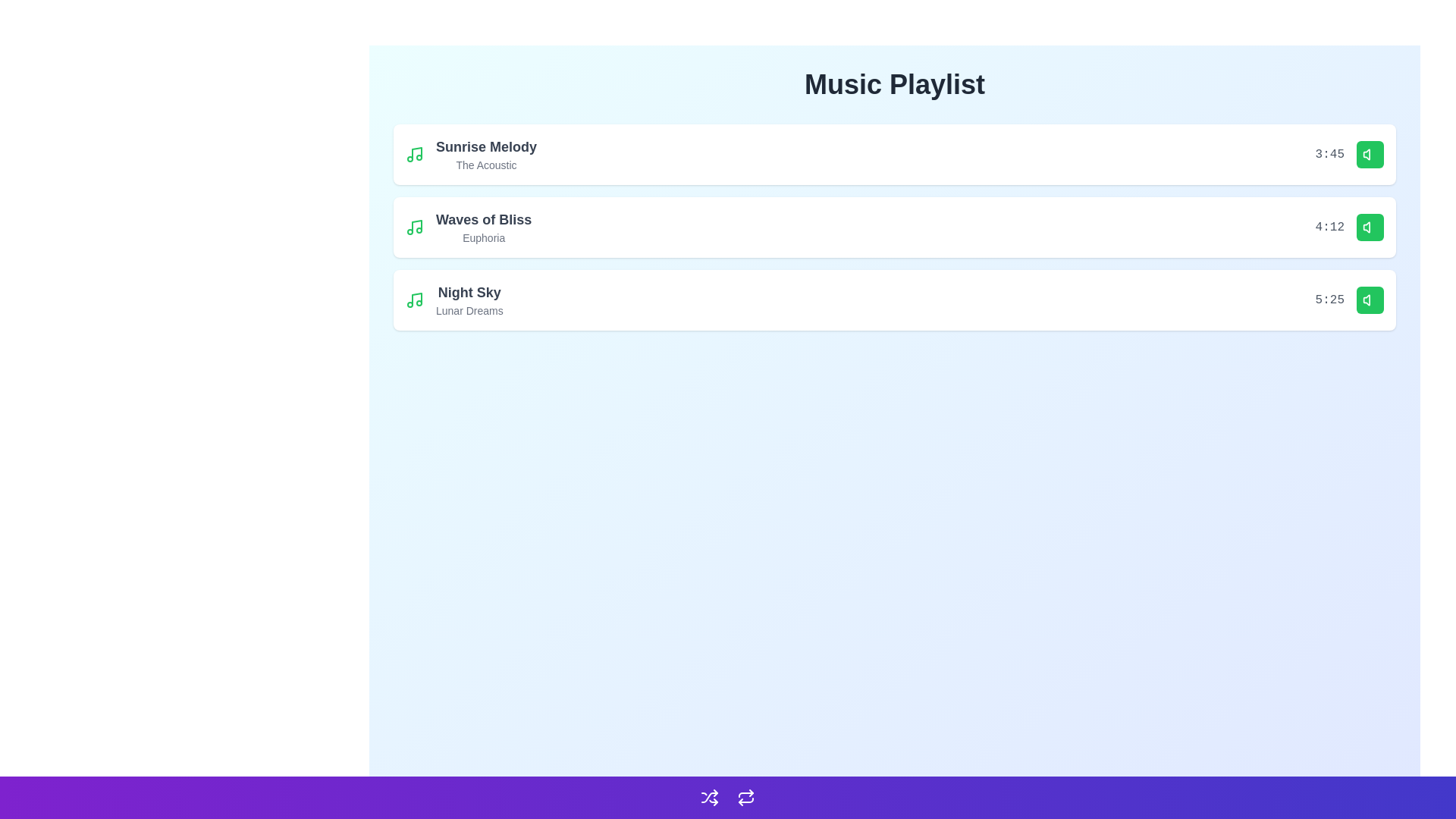 The image size is (1456, 819). Describe the element at coordinates (417, 153) in the screenshot. I see `the green vertical line of the music note icon that is located to the left of the 'Sunrise Melody' text in the playlist` at that location.